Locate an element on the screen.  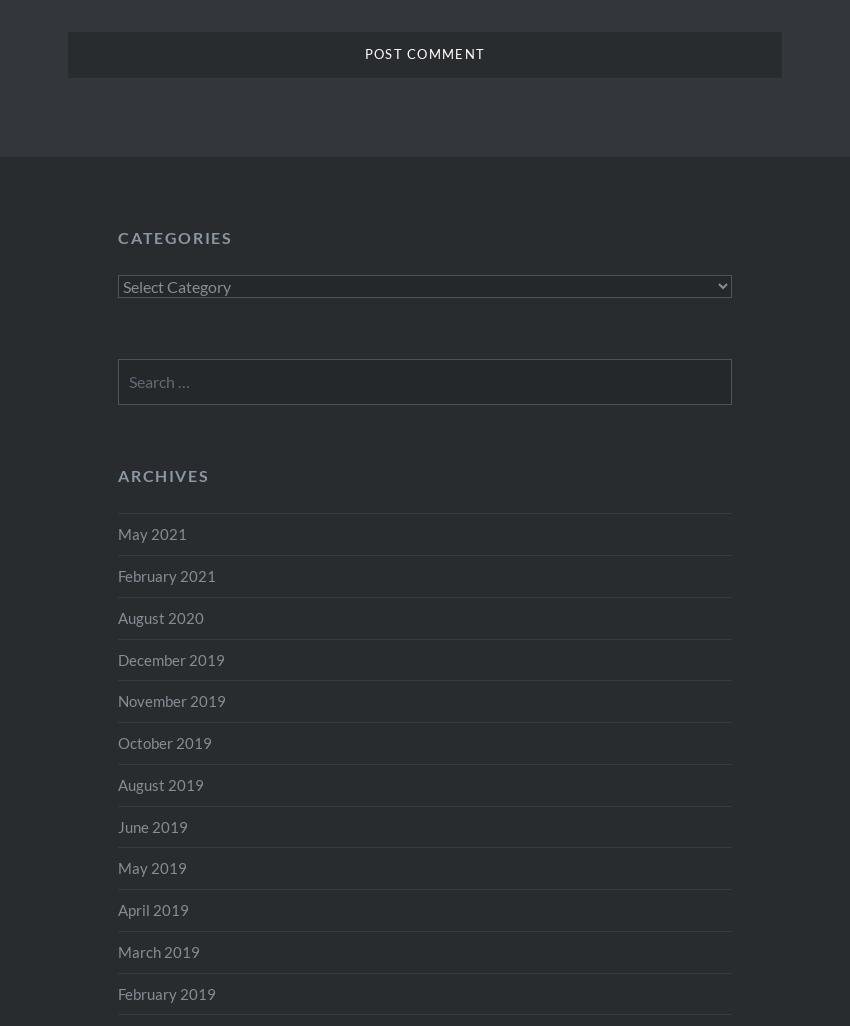
'August 2019' is located at coordinates (160, 782).